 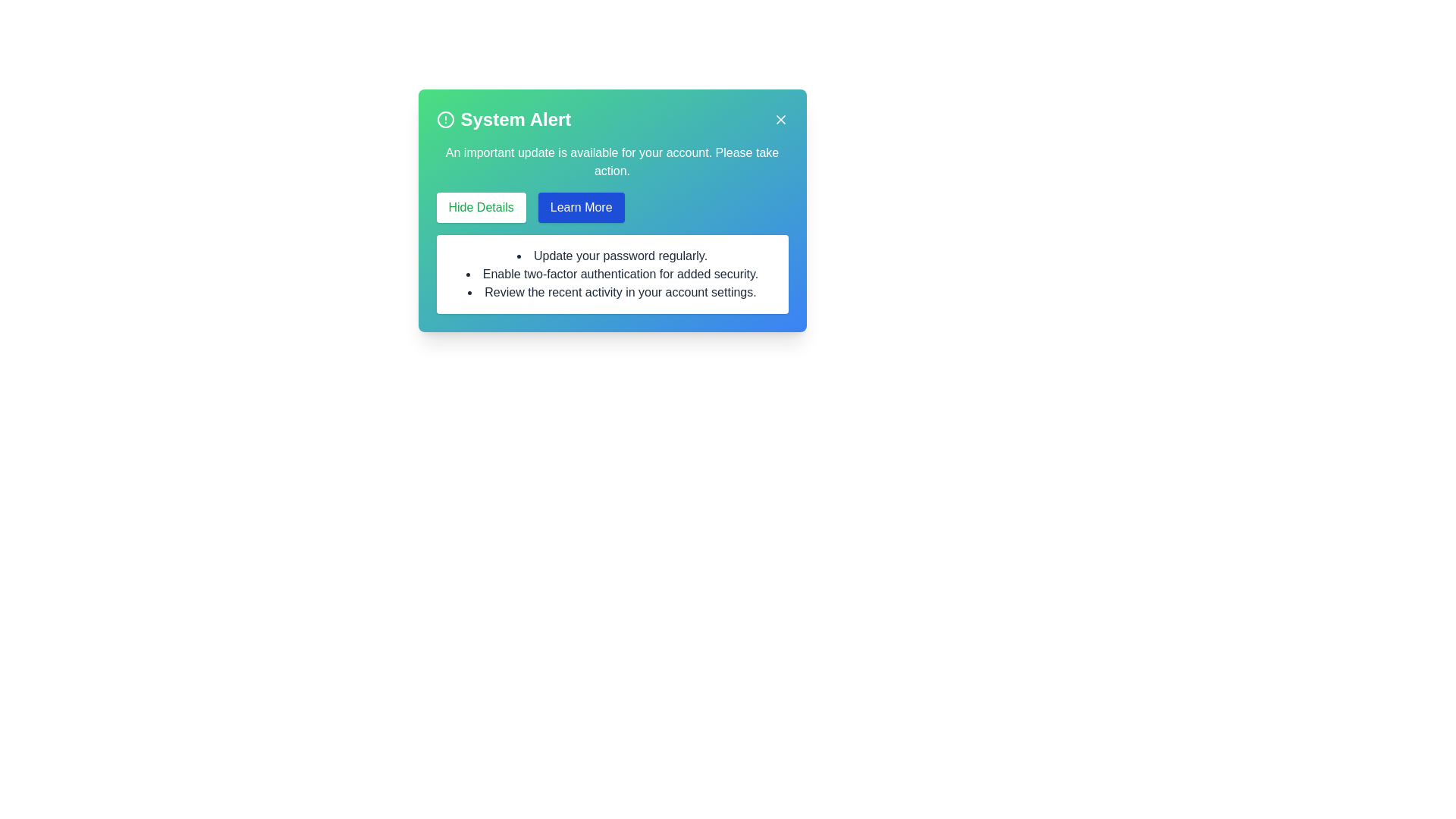 I want to click on the bulleted list item that reads, 'Enable two-factor authentication for added security.', so click(x=612, y=275).